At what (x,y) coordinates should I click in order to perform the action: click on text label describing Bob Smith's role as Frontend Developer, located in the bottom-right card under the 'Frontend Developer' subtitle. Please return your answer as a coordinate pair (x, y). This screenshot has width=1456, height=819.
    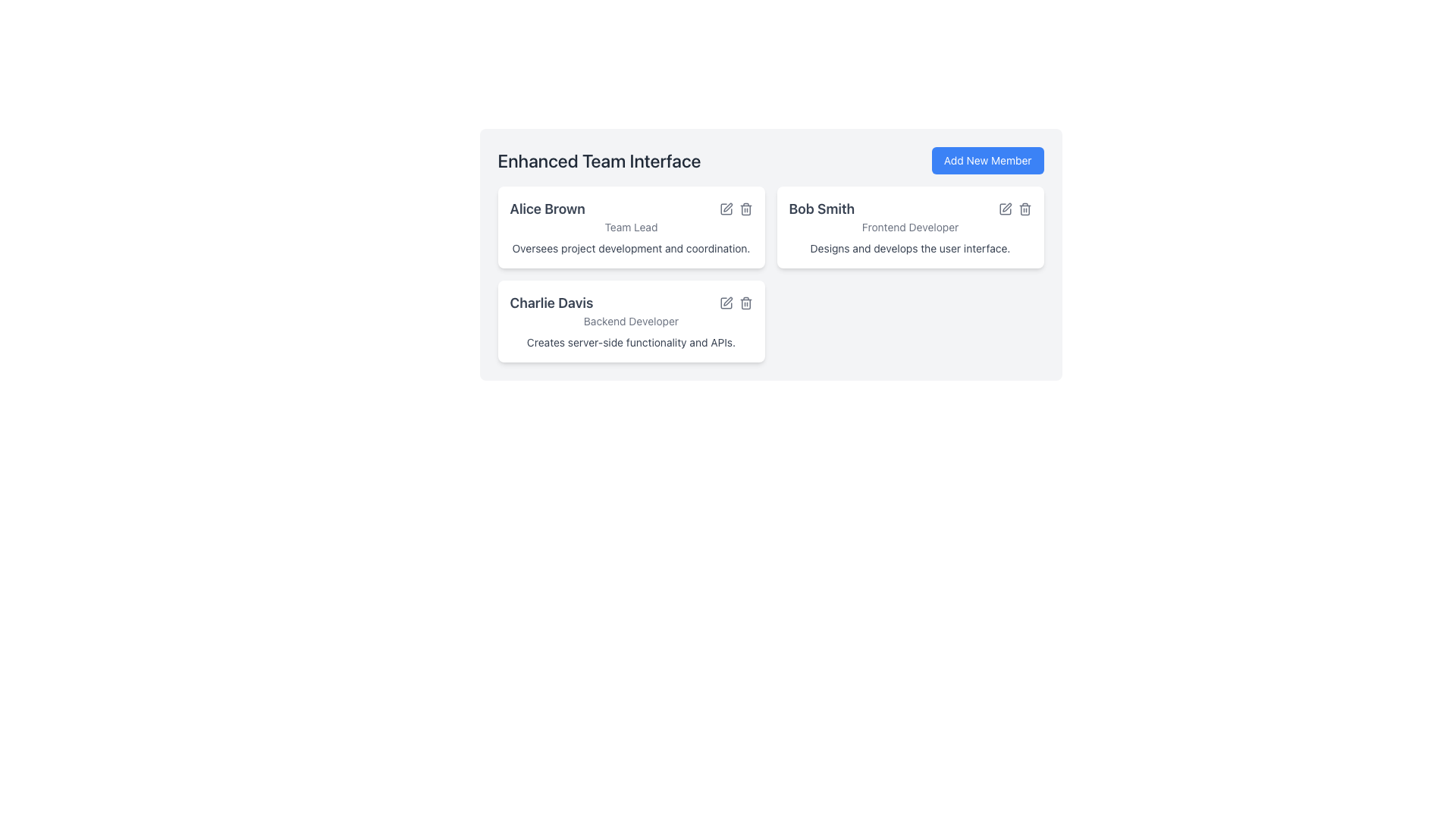
    Looking at the image, I should click on (910, 247).